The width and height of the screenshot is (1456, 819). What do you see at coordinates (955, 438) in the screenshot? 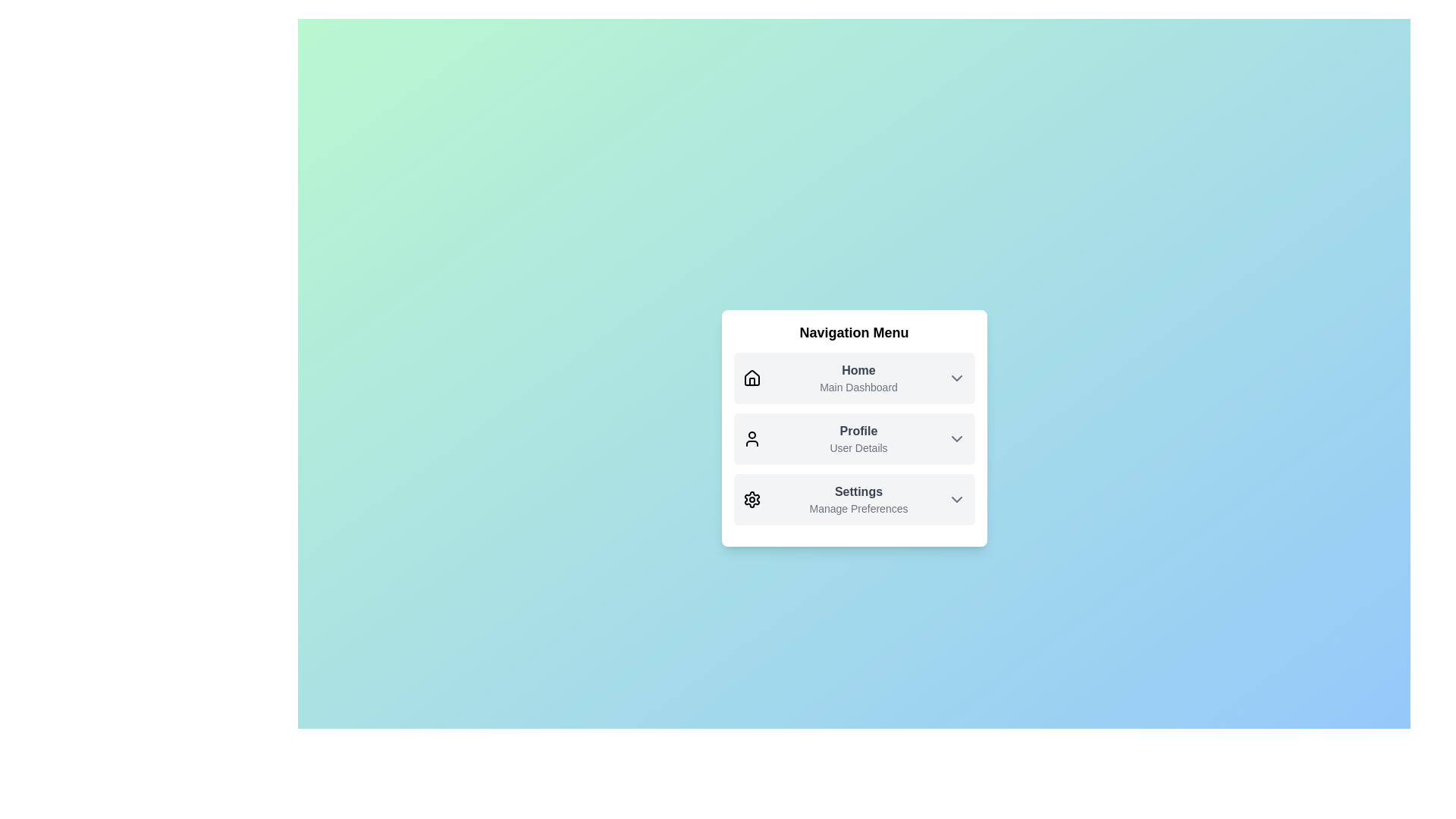
I see `the ChevronDown icon for Profile to expand or collapse the dropdown` at bounding box center [955, 438].